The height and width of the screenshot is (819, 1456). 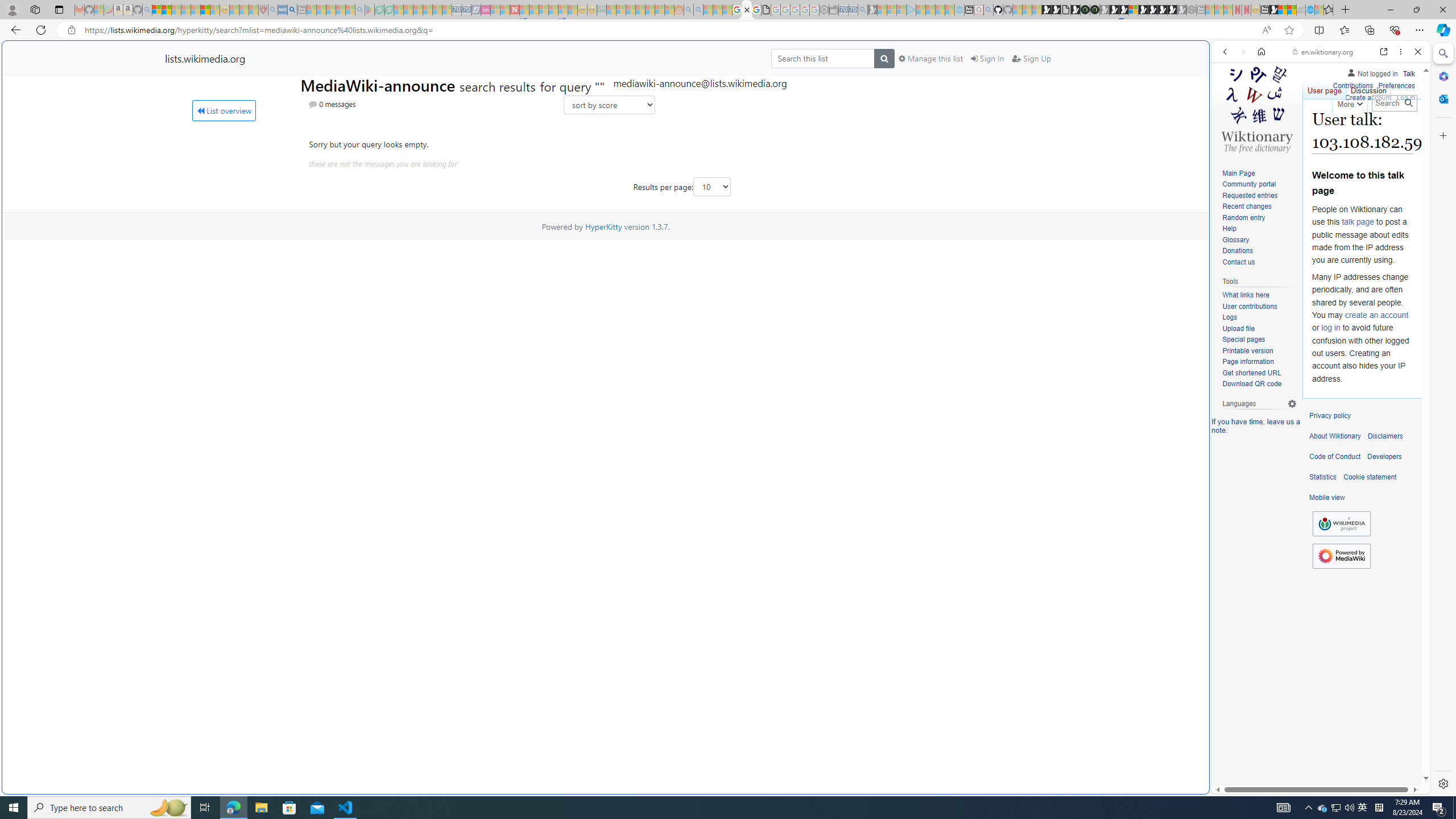 What do you see at coordinates (1408, 73) in the screenshot?
I see `'Talk'` at bounding box center [1408, 73].